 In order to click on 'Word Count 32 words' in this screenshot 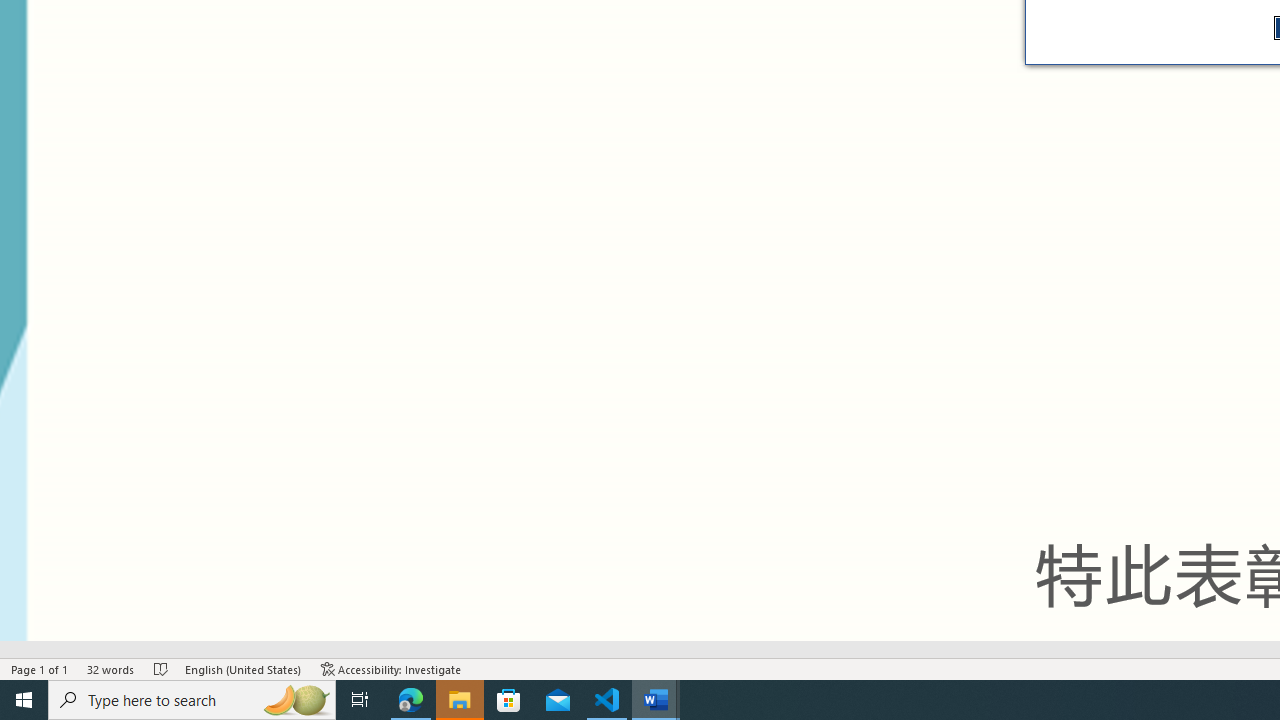, I will do `click(110, 669)`.